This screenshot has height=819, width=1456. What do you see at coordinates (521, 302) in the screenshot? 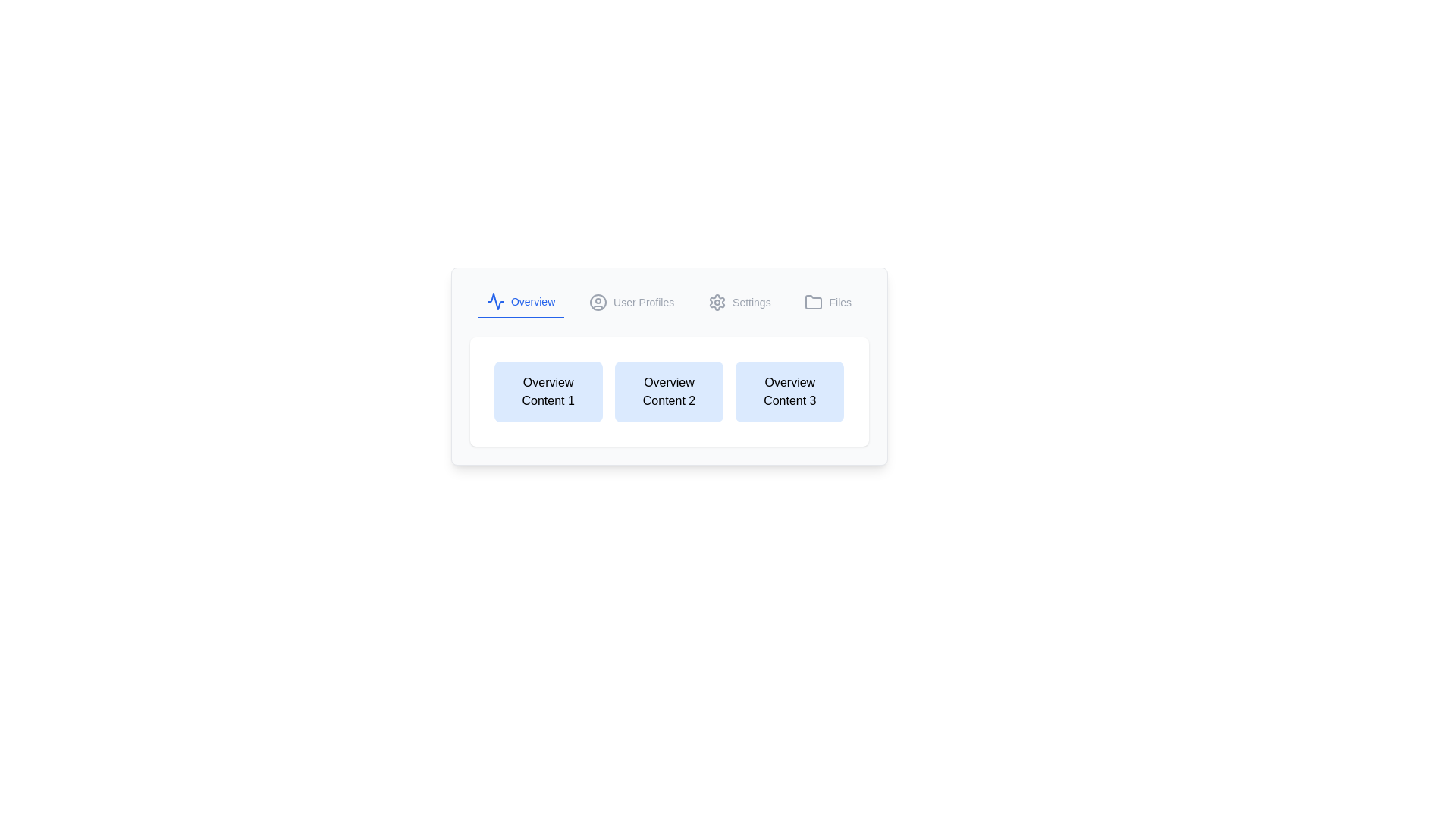
I see `the leftmost Navigation Tab` at bounding box center [521, 302].